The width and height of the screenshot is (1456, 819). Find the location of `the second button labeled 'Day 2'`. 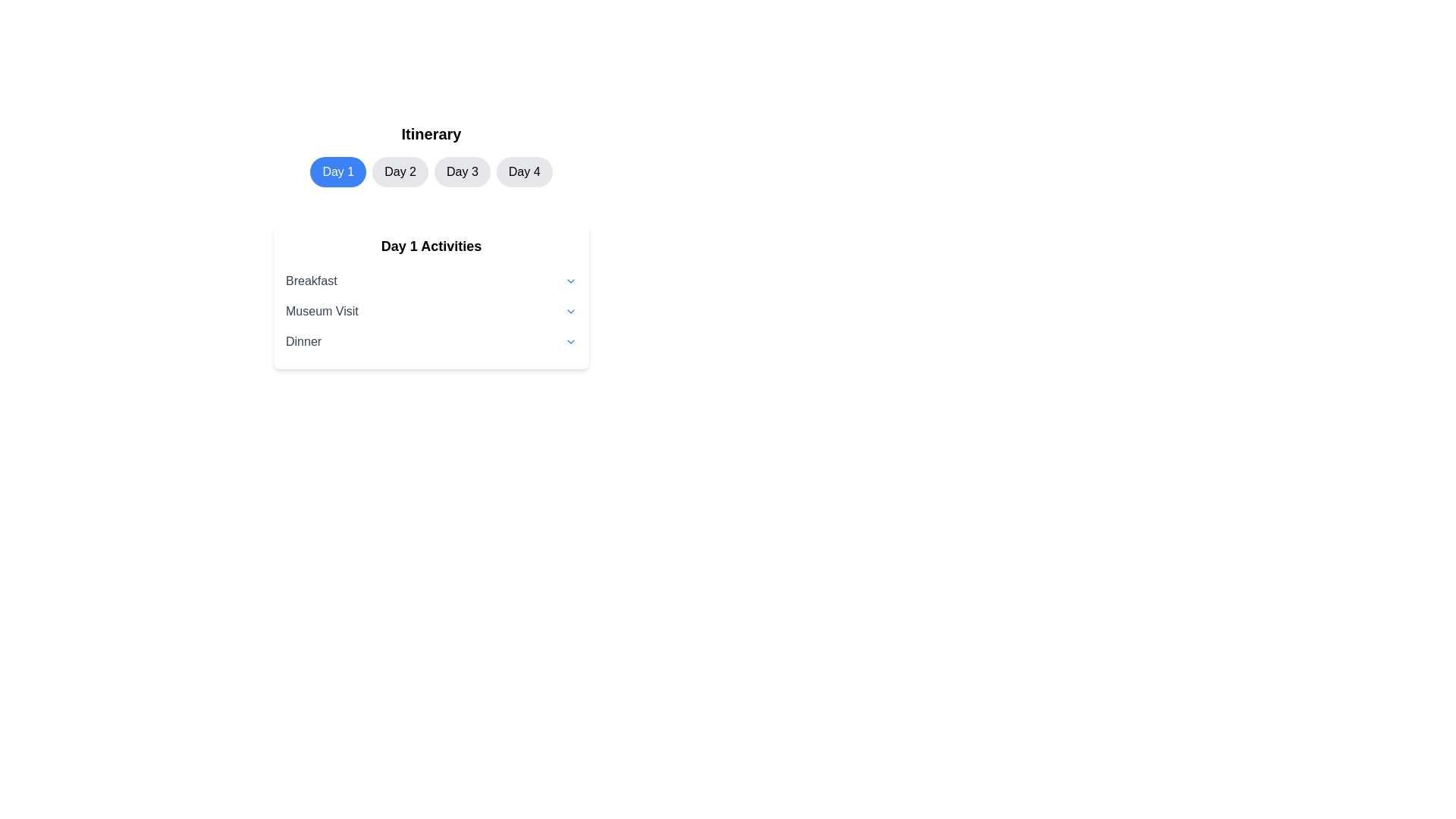

the second button labeled 'Day 2' is located at coordinates (400, 171).